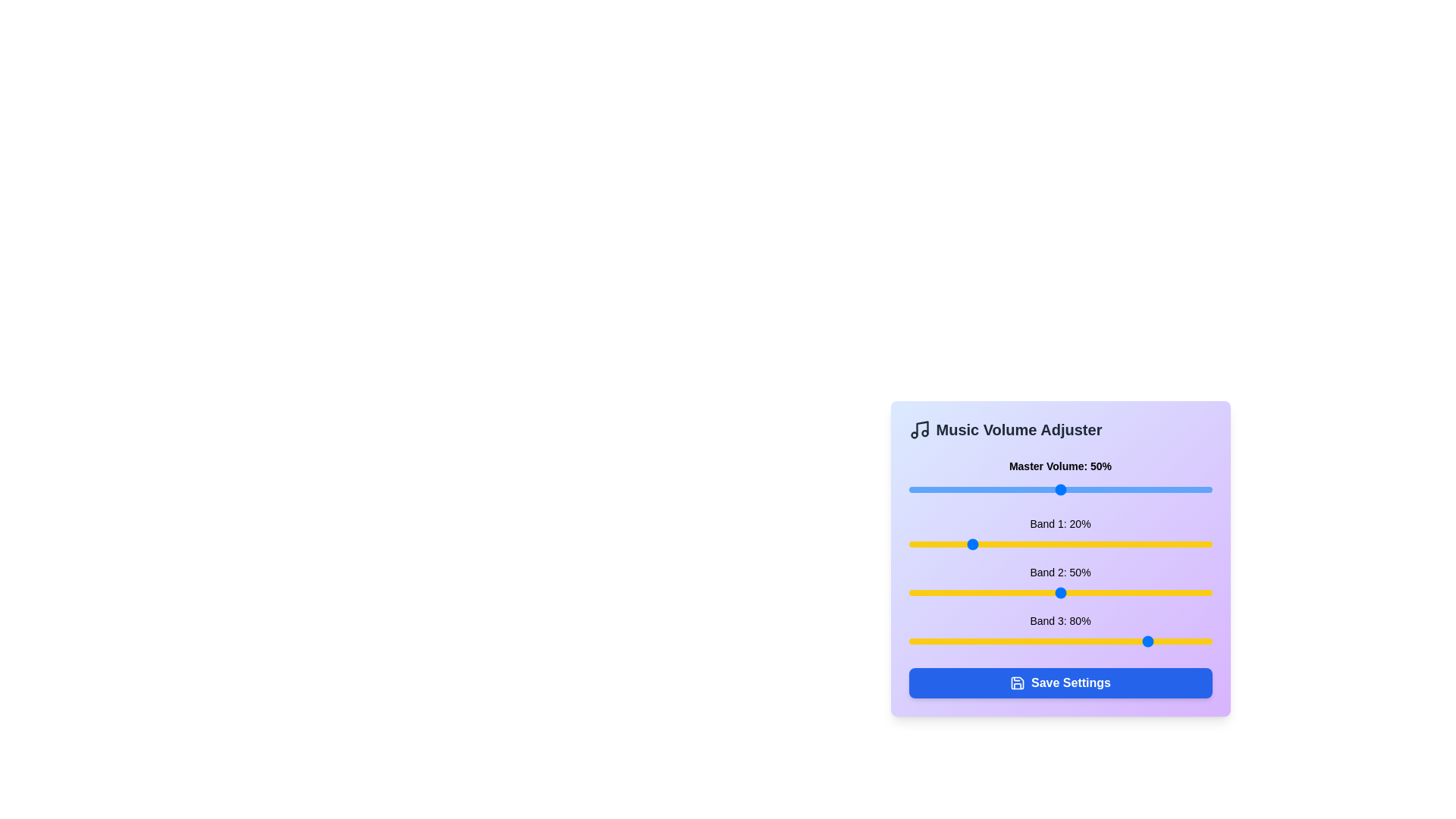 The image size is (1456, 819). I want to click on the yellow slider labeled 'Band 3: 80%' to set a specific value, so click(1059, 632).